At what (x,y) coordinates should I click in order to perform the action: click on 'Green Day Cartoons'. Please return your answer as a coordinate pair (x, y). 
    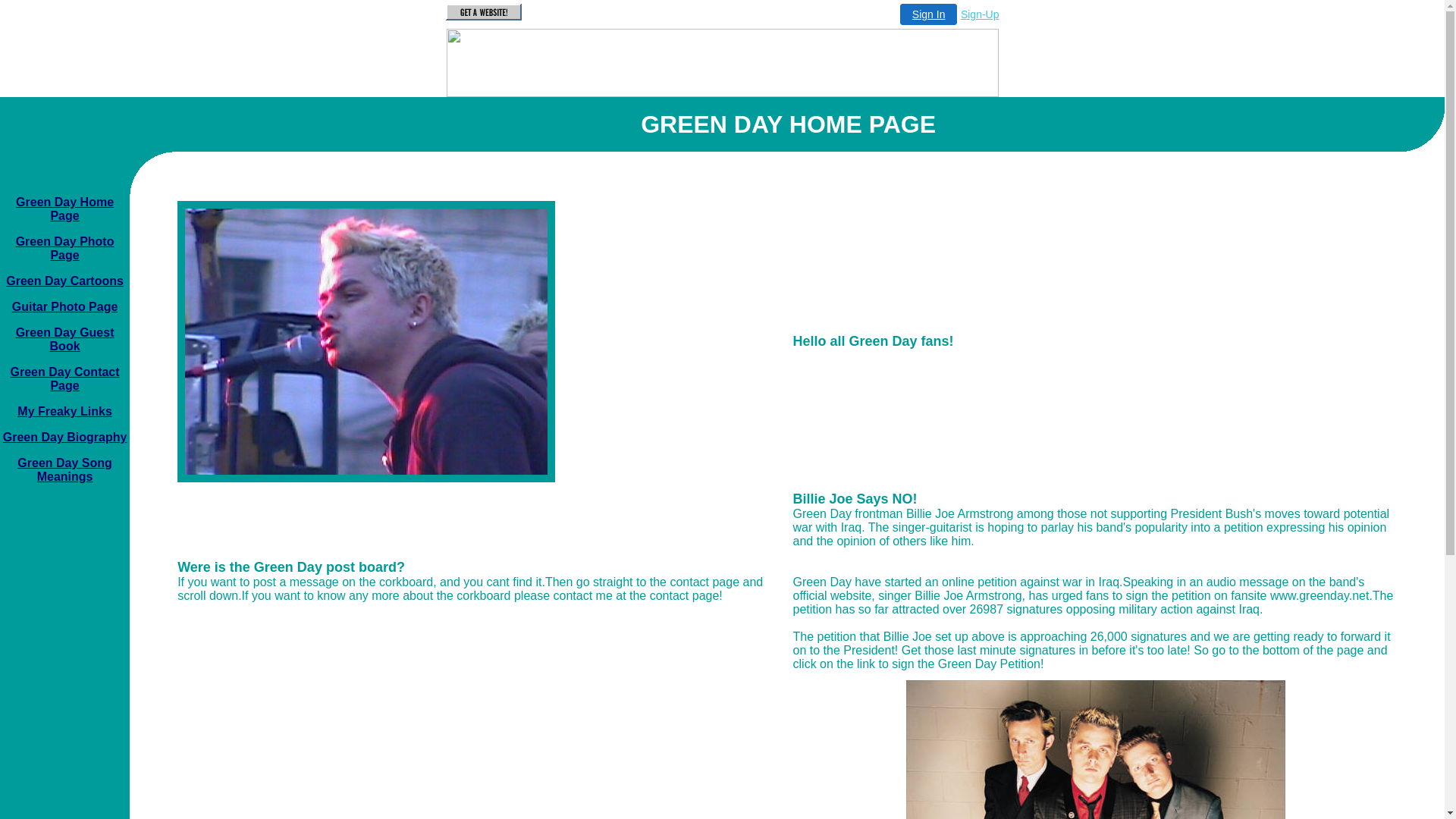
    Looking at the image, I should click on (6, 281).